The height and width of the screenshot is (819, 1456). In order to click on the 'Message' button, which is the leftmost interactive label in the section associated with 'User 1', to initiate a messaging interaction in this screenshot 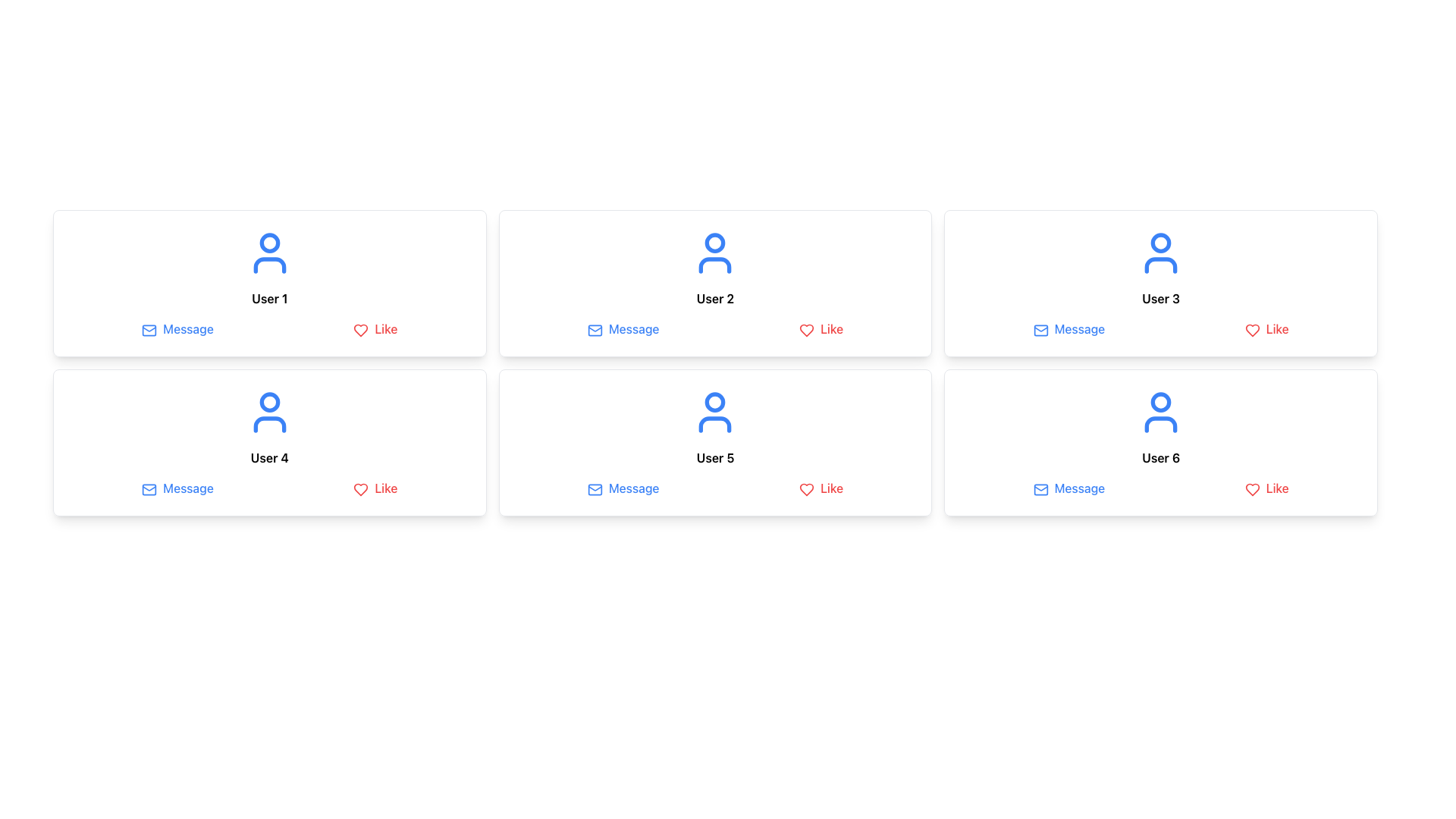, I will do `click(177, 328)`.